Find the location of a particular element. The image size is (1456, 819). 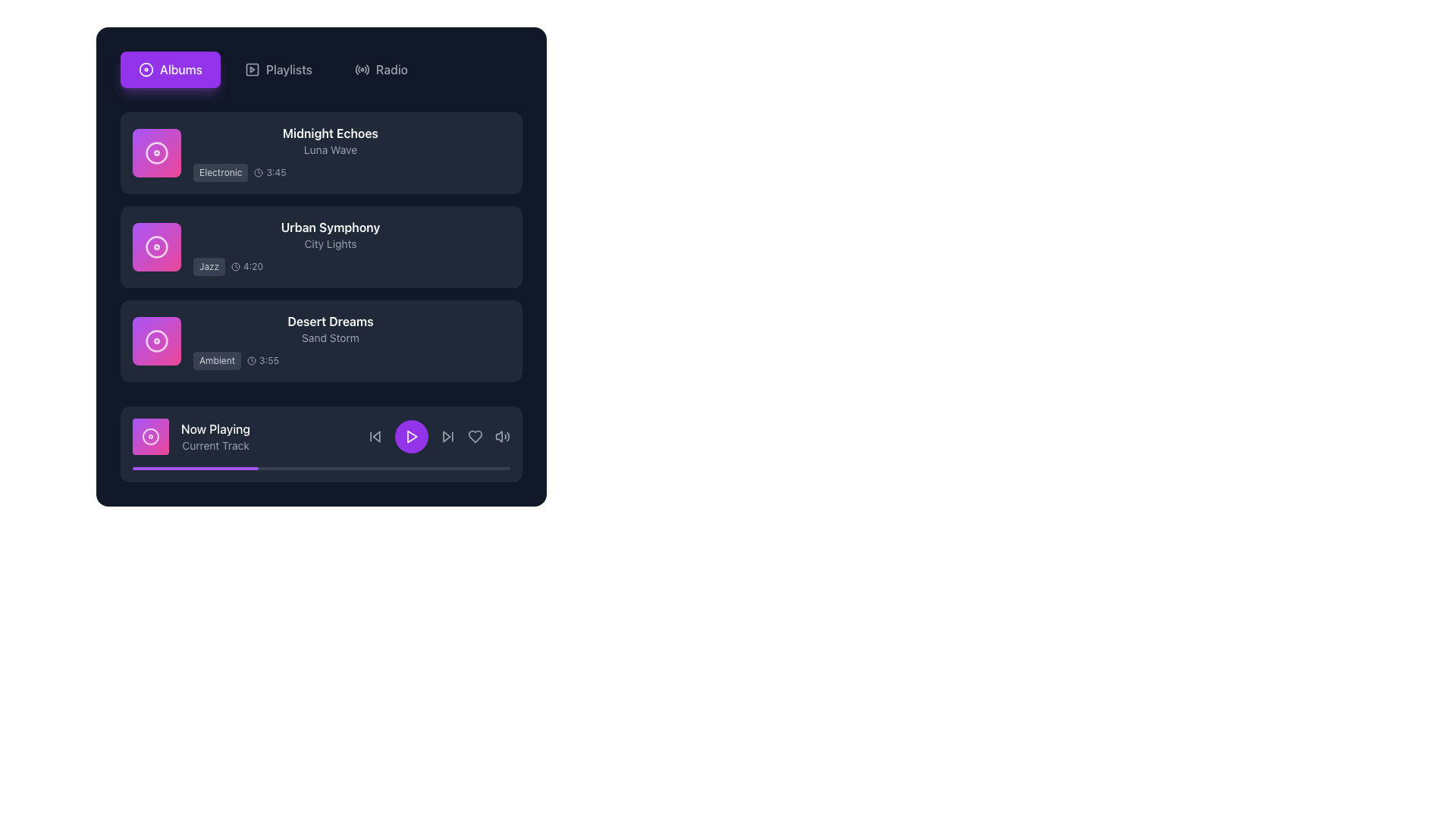

the text label displaying 'Ambient', which is located to the left of the time indicator '3:55' and to the right of the track's artwork icon in the 'Desert Dreams' section is located at coordinates (216, 360).